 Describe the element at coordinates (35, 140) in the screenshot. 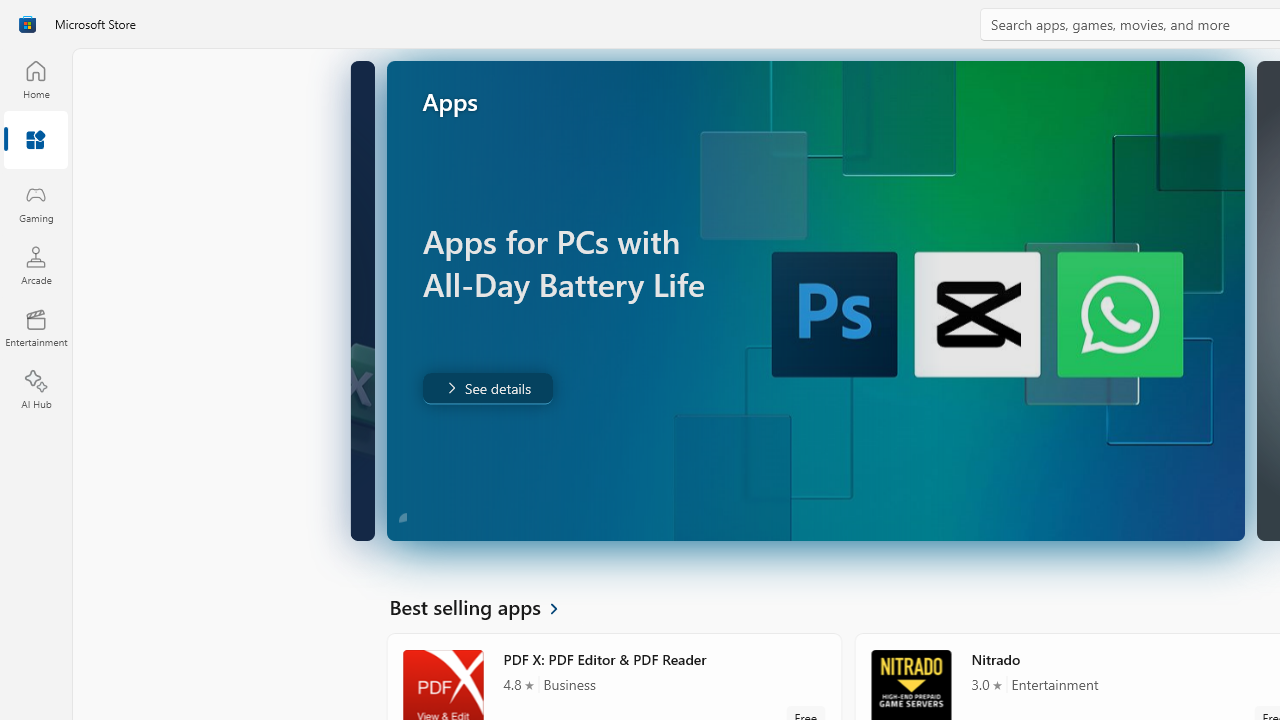

I see `'Apps'` at that location.